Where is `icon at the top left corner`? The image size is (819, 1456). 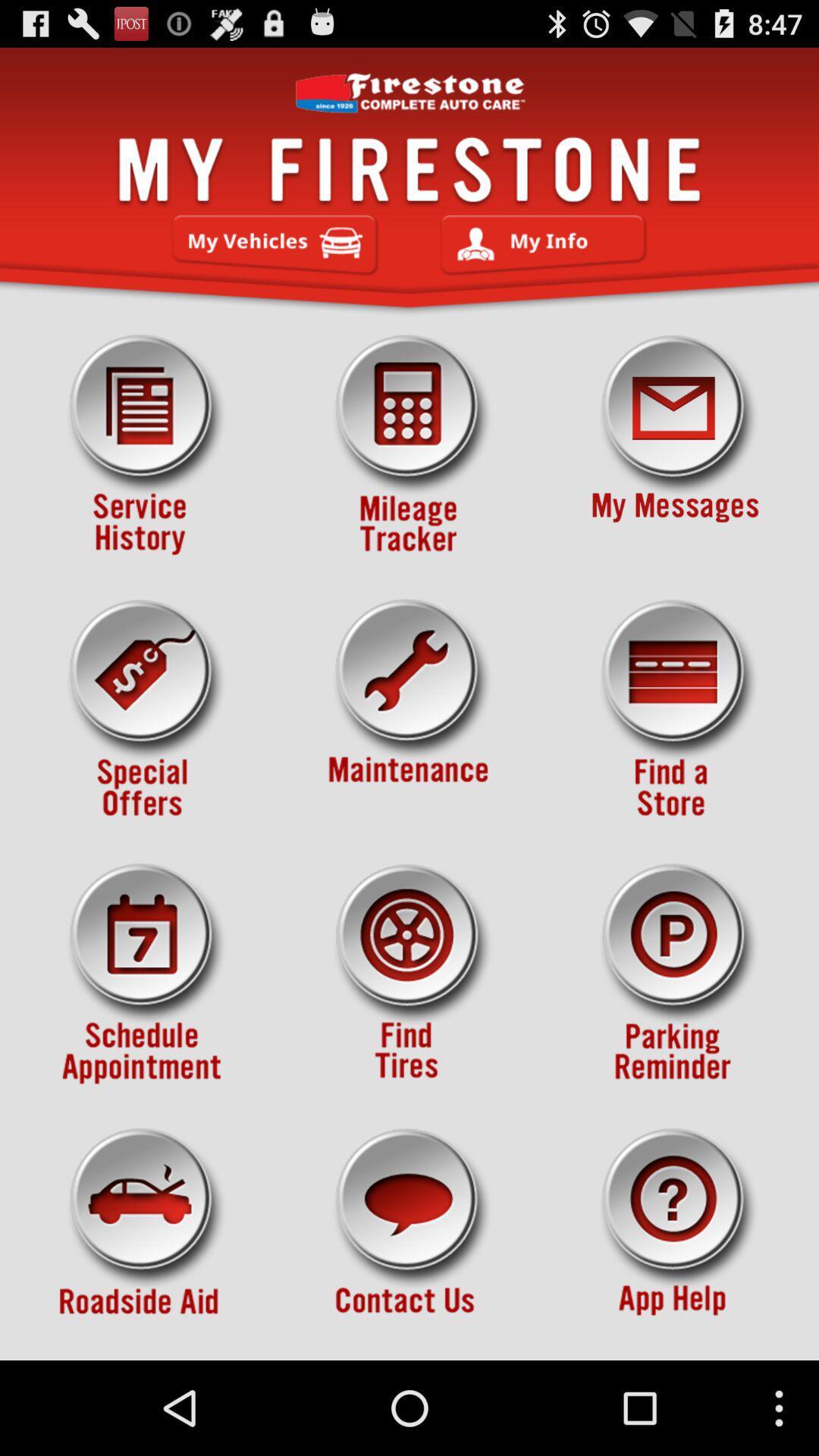
icon at the top left corner is located at coordinates (143, 444).